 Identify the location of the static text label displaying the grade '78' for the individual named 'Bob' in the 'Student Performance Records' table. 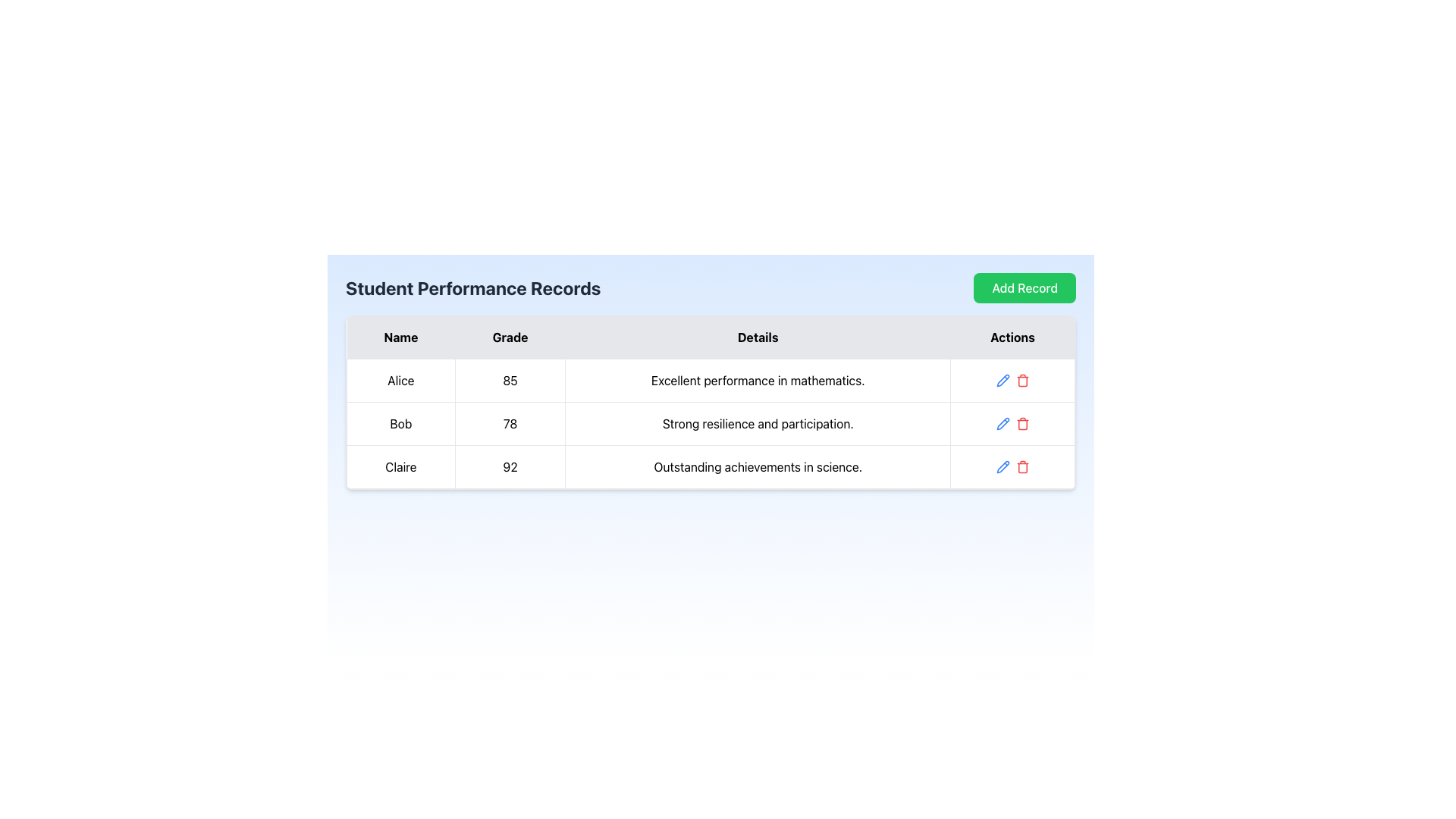
(510, 424).